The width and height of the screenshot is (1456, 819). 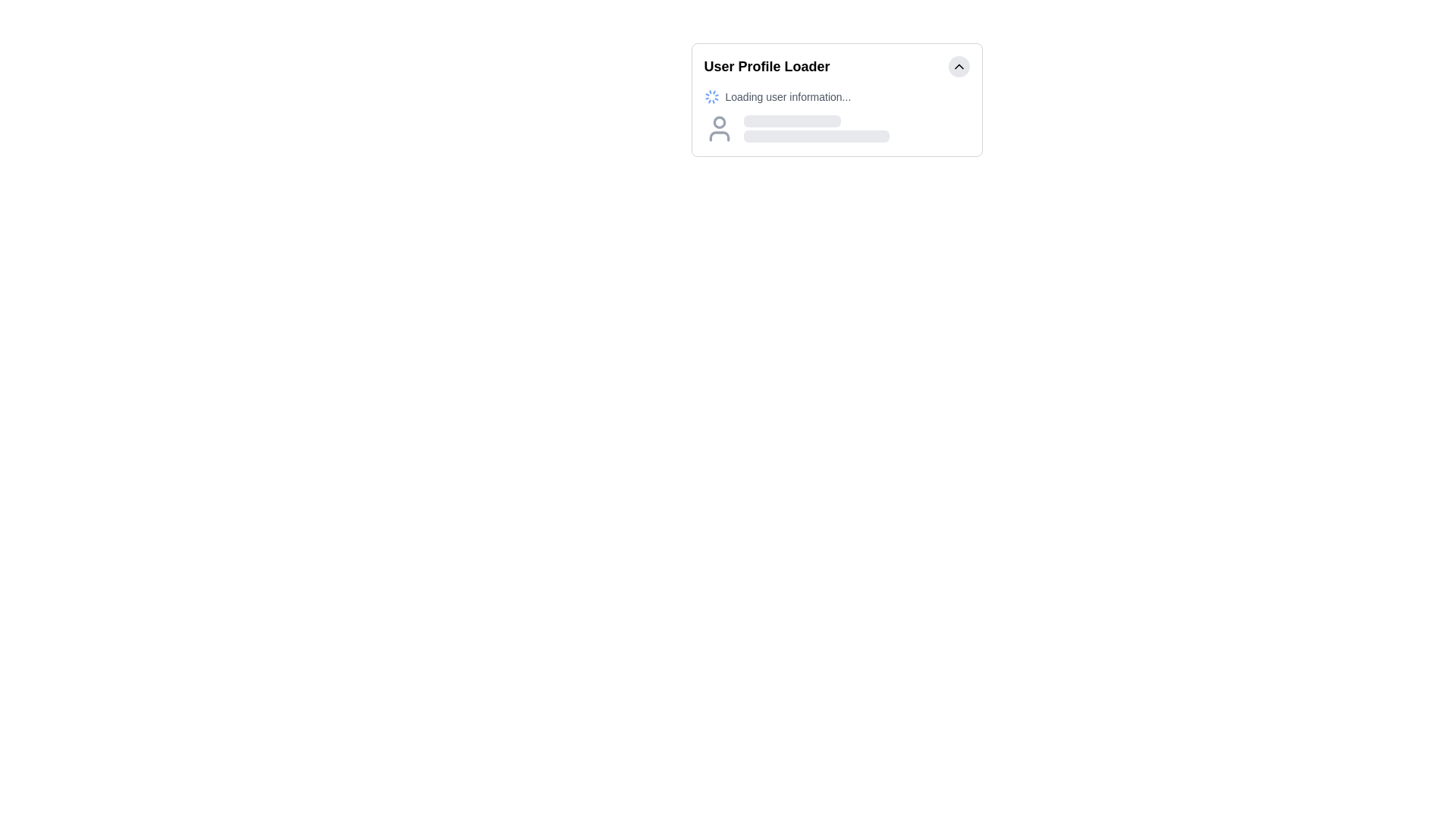 What do you see at coordinates (711, 96) in the screenshot?
I see `the spinning blue loader icon located next to the text 'Loading user information...' in the 'User Profile Loader' card` at bounding box center [711, 96].